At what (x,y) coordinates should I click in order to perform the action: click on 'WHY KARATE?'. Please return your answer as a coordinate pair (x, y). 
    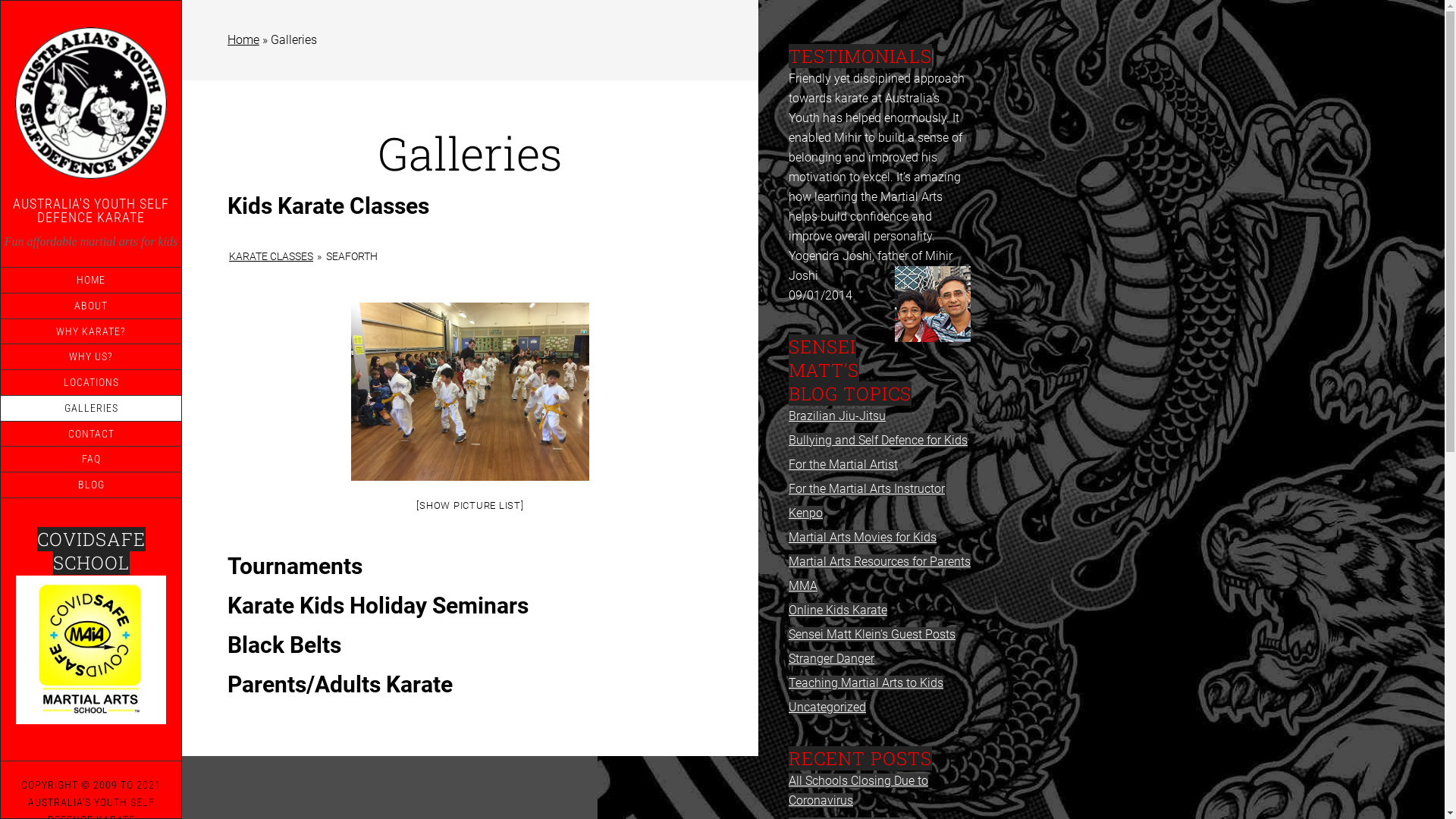
    Looking at the image, I should click on (90, 330).